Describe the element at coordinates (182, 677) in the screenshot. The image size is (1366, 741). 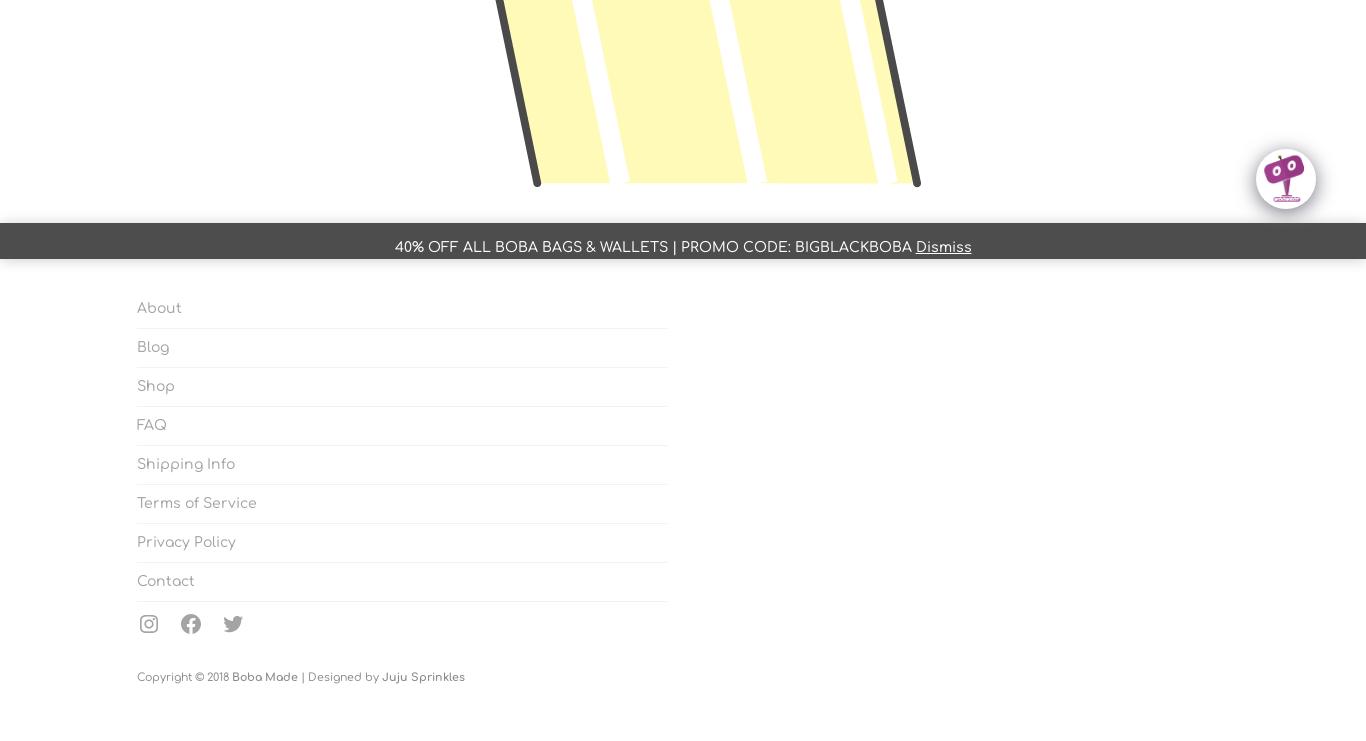
I see `'Copyright © 2018'` at that location.